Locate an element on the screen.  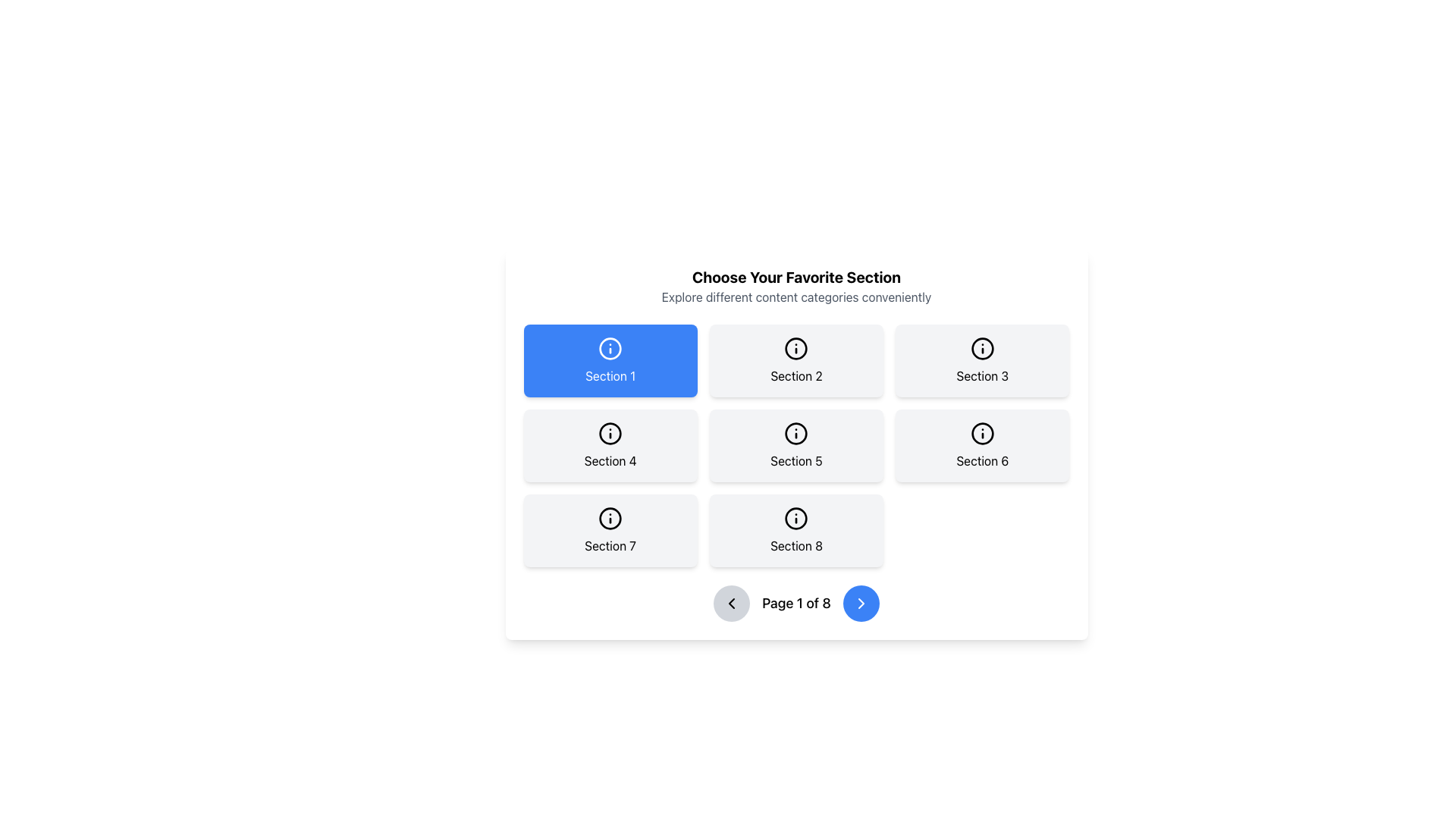
the outer circular part of the information icon within the blue button labeled 'Section 1' is located at coordinates (610, 348).